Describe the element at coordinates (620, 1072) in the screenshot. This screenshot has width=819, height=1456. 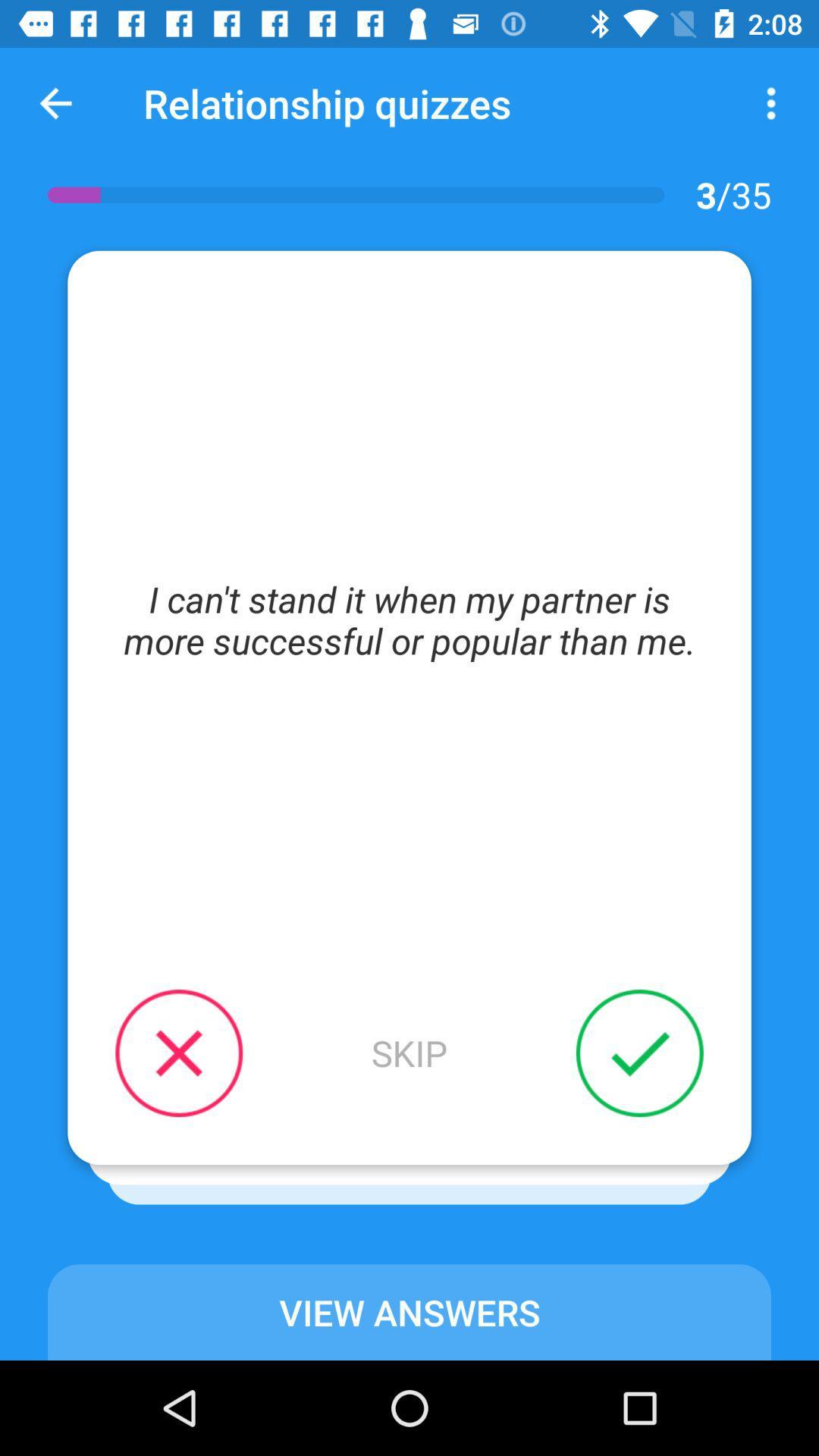
I see `the check icon` at that location.